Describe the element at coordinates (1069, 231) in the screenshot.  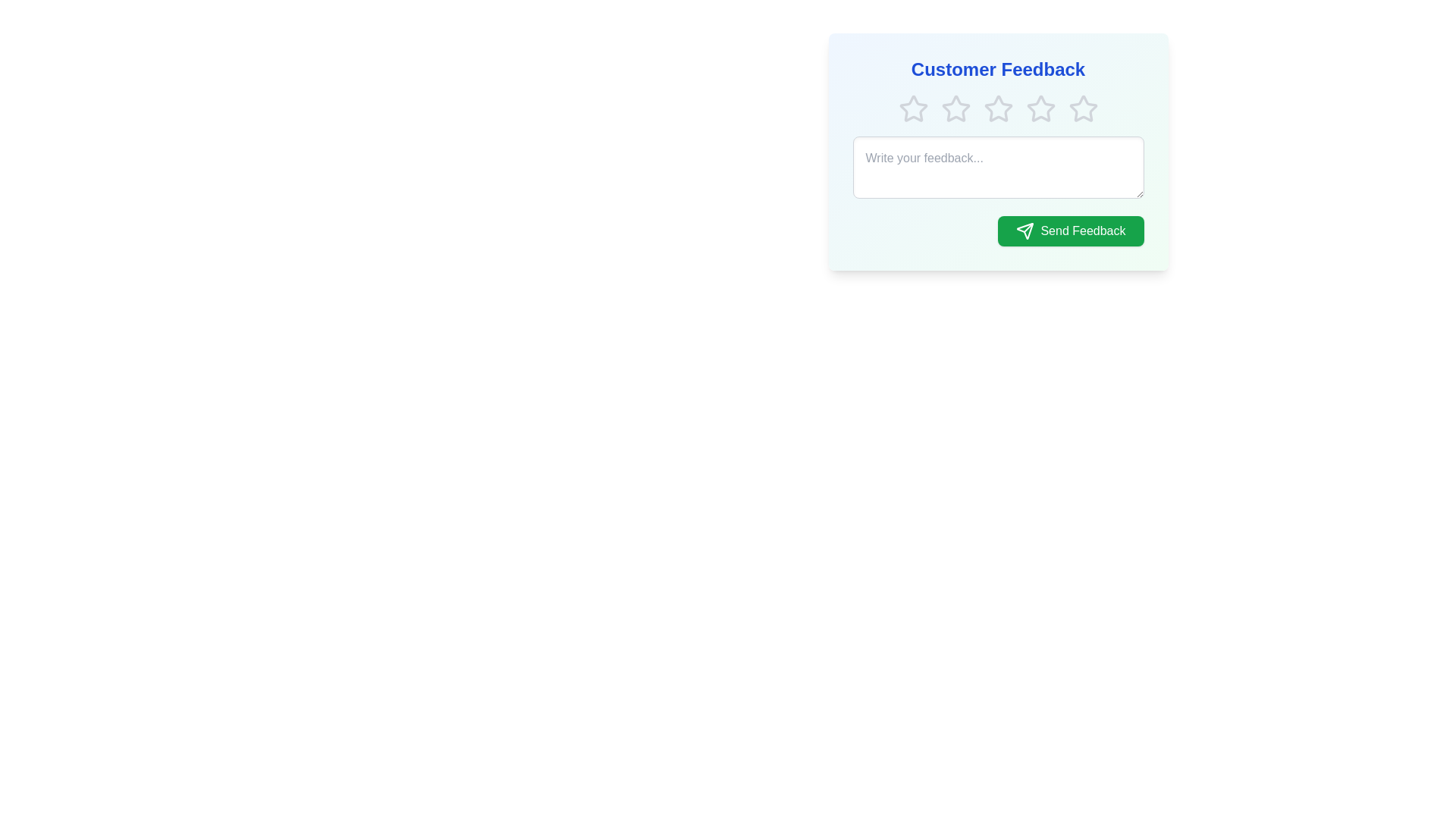
I see `the 'Send Feedback' button to submit the feedback` at that location.